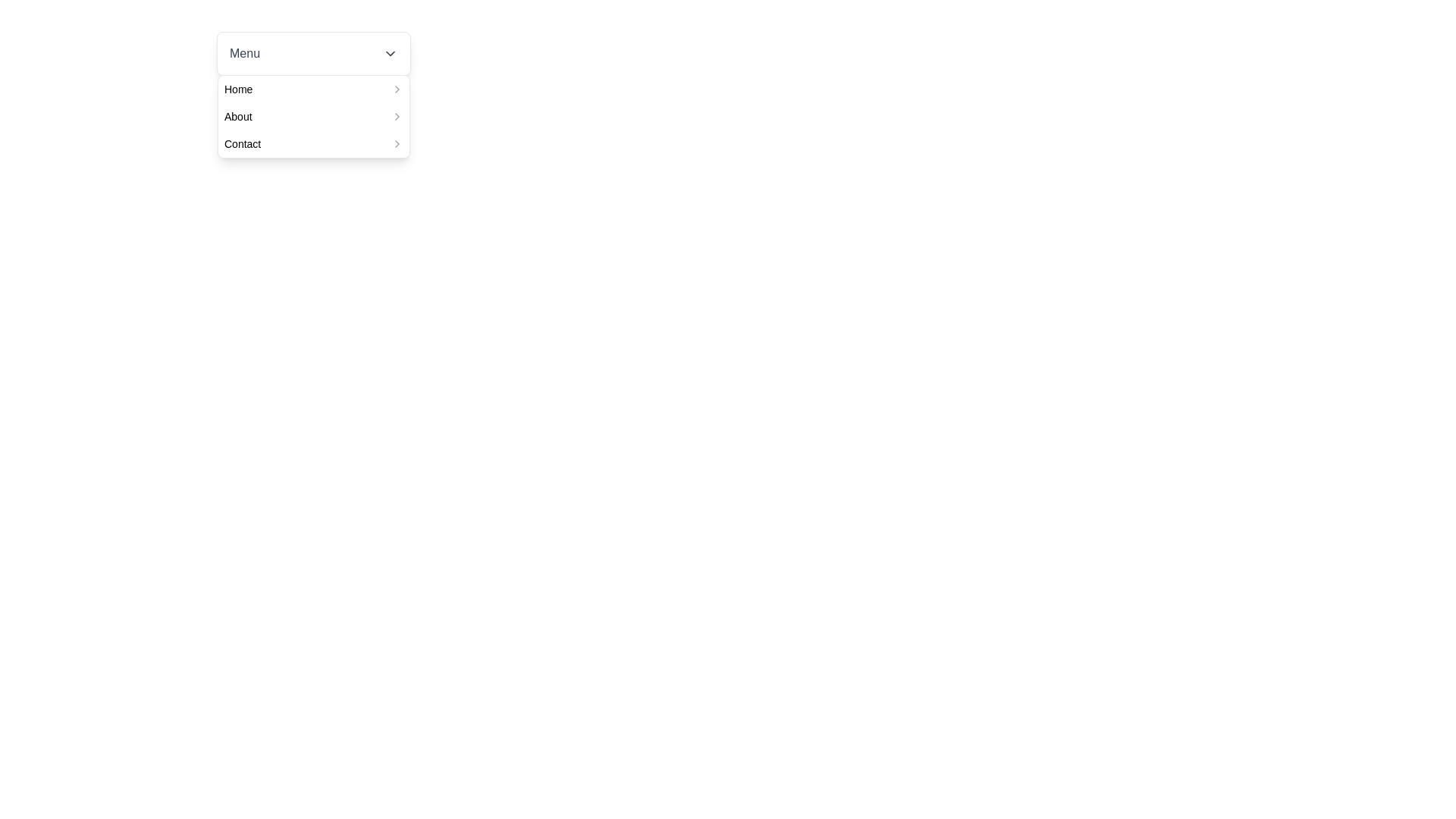 This screenshot has width=1456, height=819. I want to click on an option from the dropdown menu located at the upper-left corner of the viewport by clicking on it to navigate to a section, so click(312, 52).